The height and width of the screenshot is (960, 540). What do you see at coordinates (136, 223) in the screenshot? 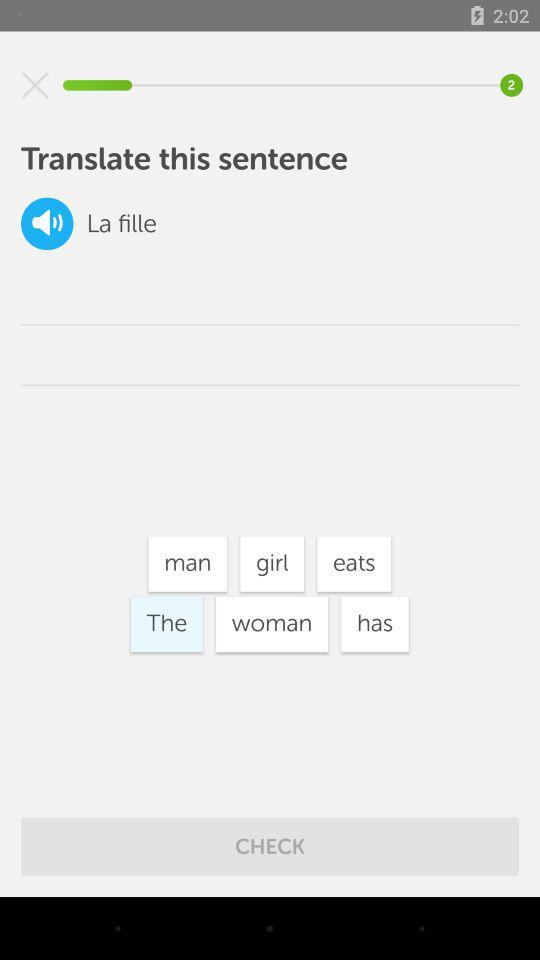
I see `fille` at bounding box center [136, 223].